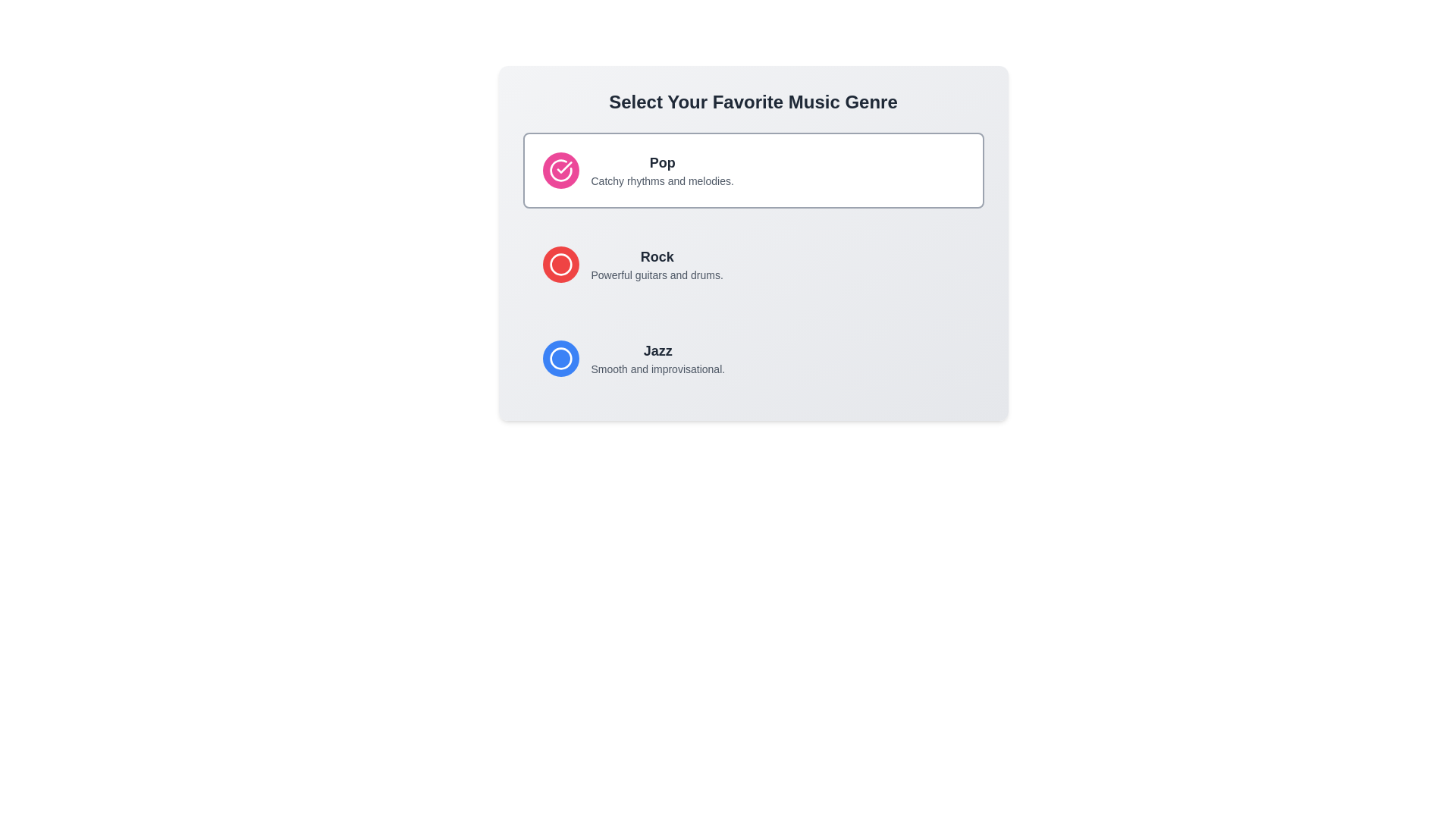 The image size is (1456, 819). Describe the element at coordinates (560, 359) in the screenshot. I see `the selection indicator button for the 'Jazz' music genre, located at the top-left corner of the 'Jazz' label` at that location.